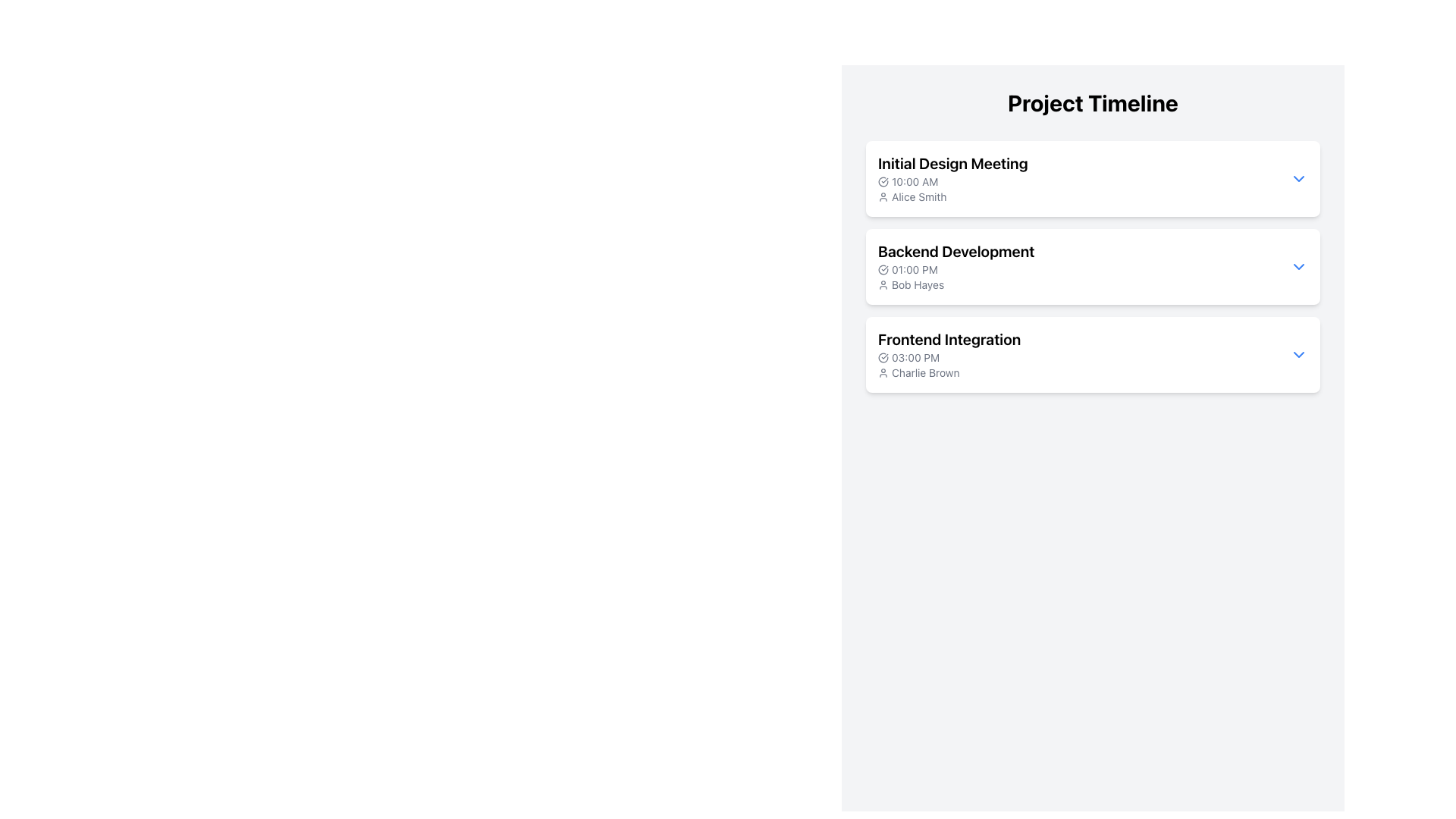  Describe the element at coordinates (1093, 265) in the screenshot. I see `the second event card in the Project Timeline, which displays details about an event or meeting slot between the Initial Design Meeting and Frontend Integration sections` at that location.